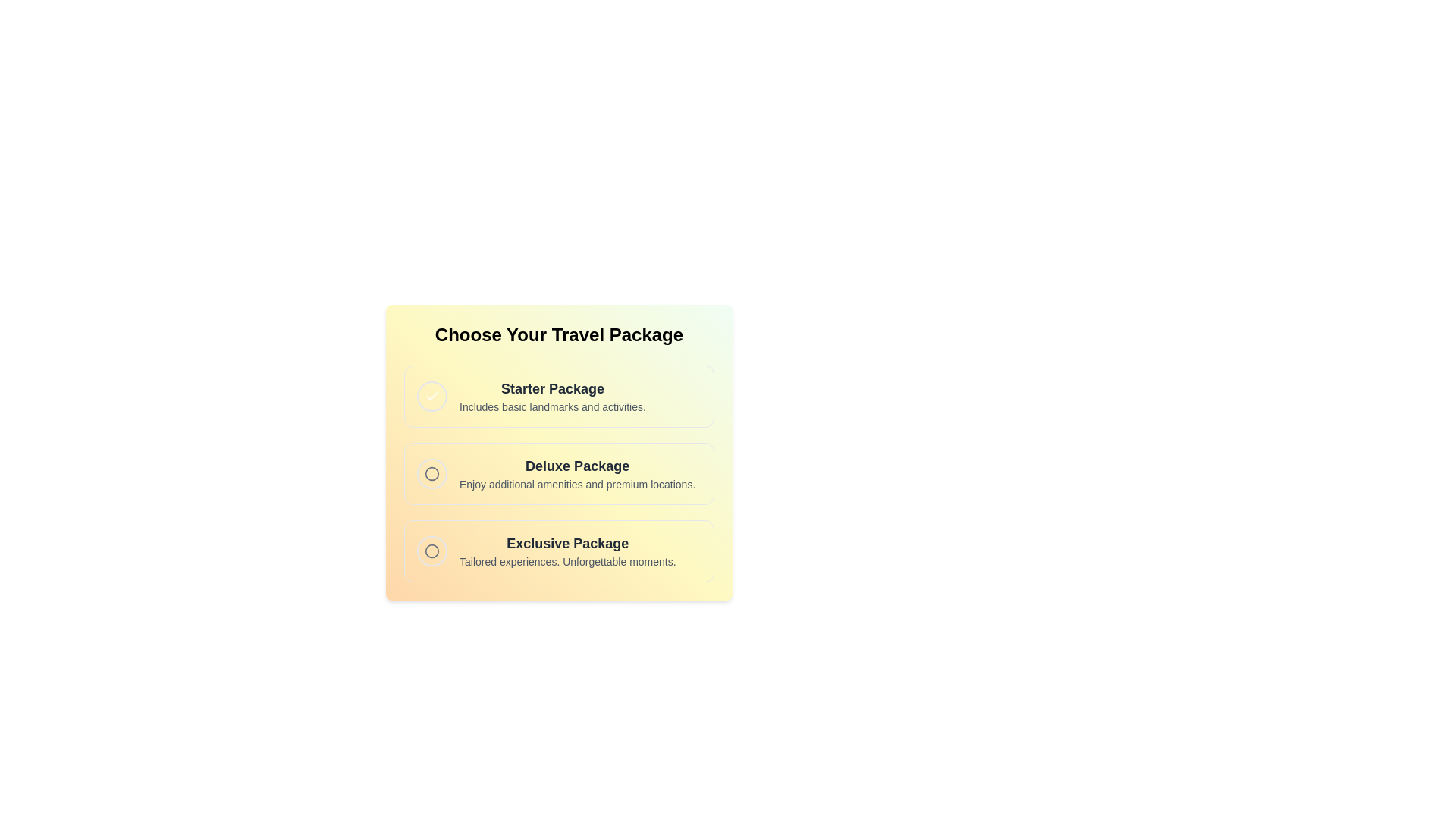 The image size is (1456, 819). What do you see at coordinates (431, 551) in the screenshot?
I see `the circular radio button with a gray icon` at bounding box center [431, 551].